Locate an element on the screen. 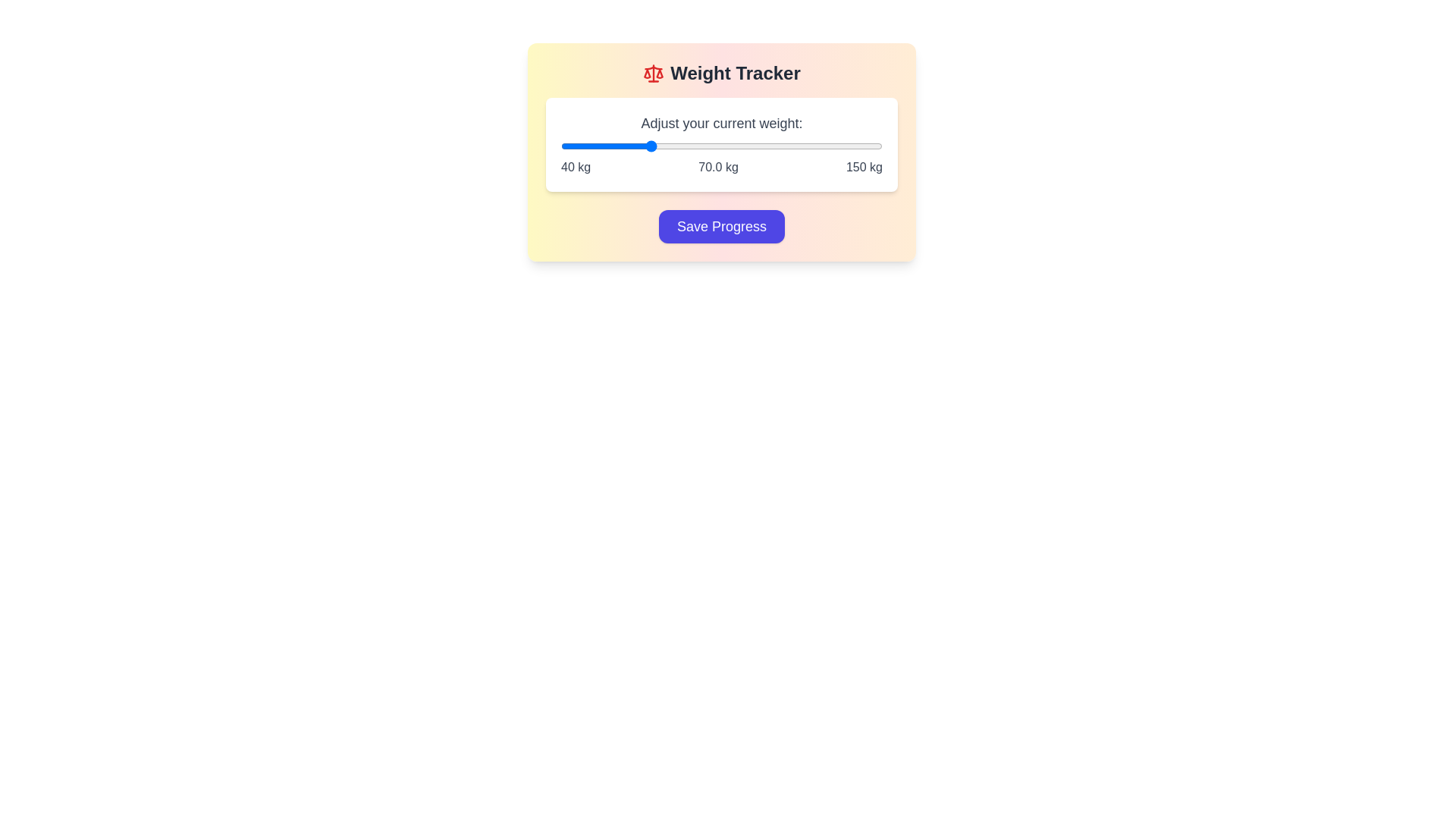 The width and height of the screenshot is (1456, 819). the weight slider to 43 kg is located at coordinates (569, 146).